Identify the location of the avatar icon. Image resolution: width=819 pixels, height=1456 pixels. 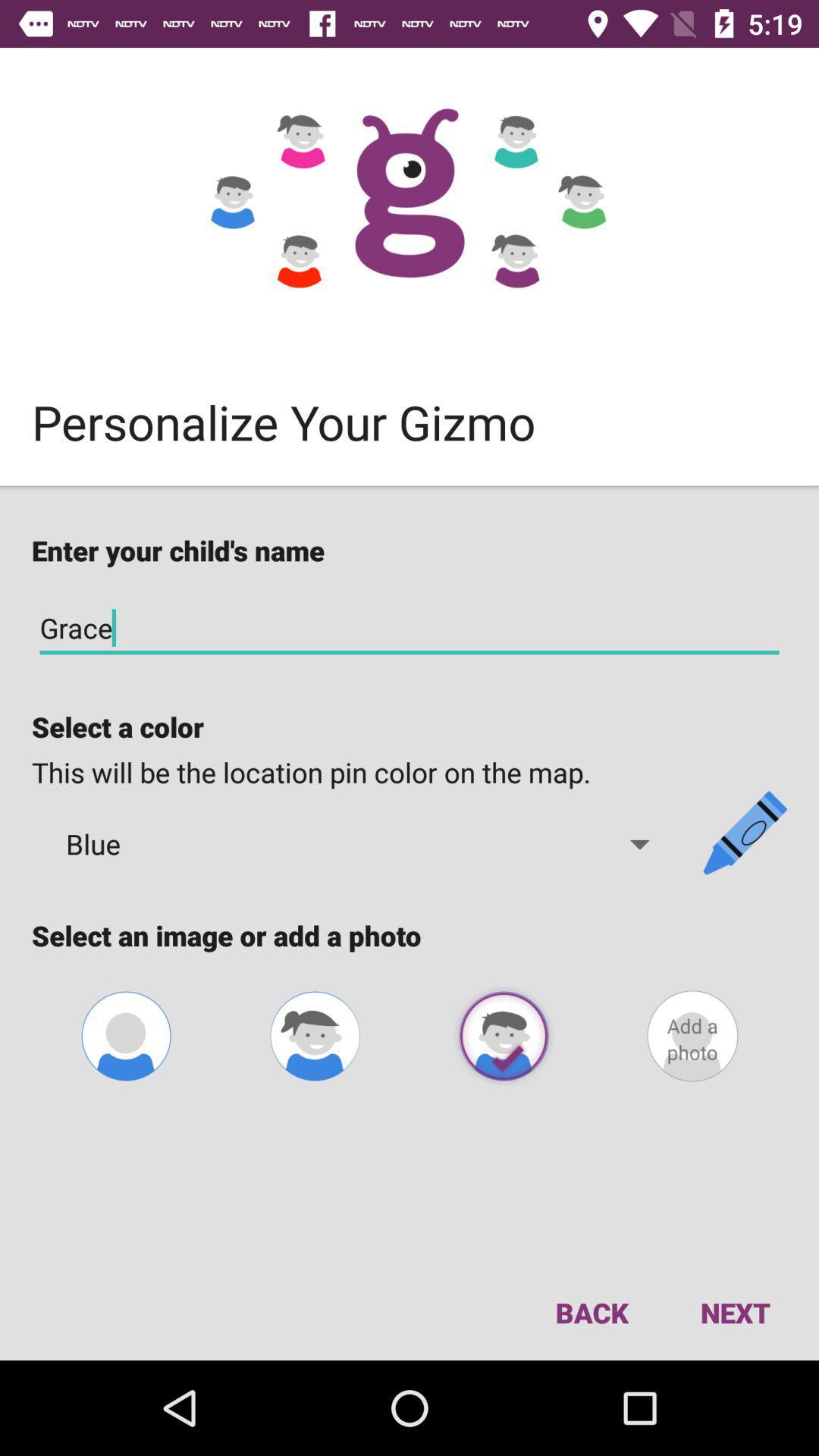
(504, 1035).